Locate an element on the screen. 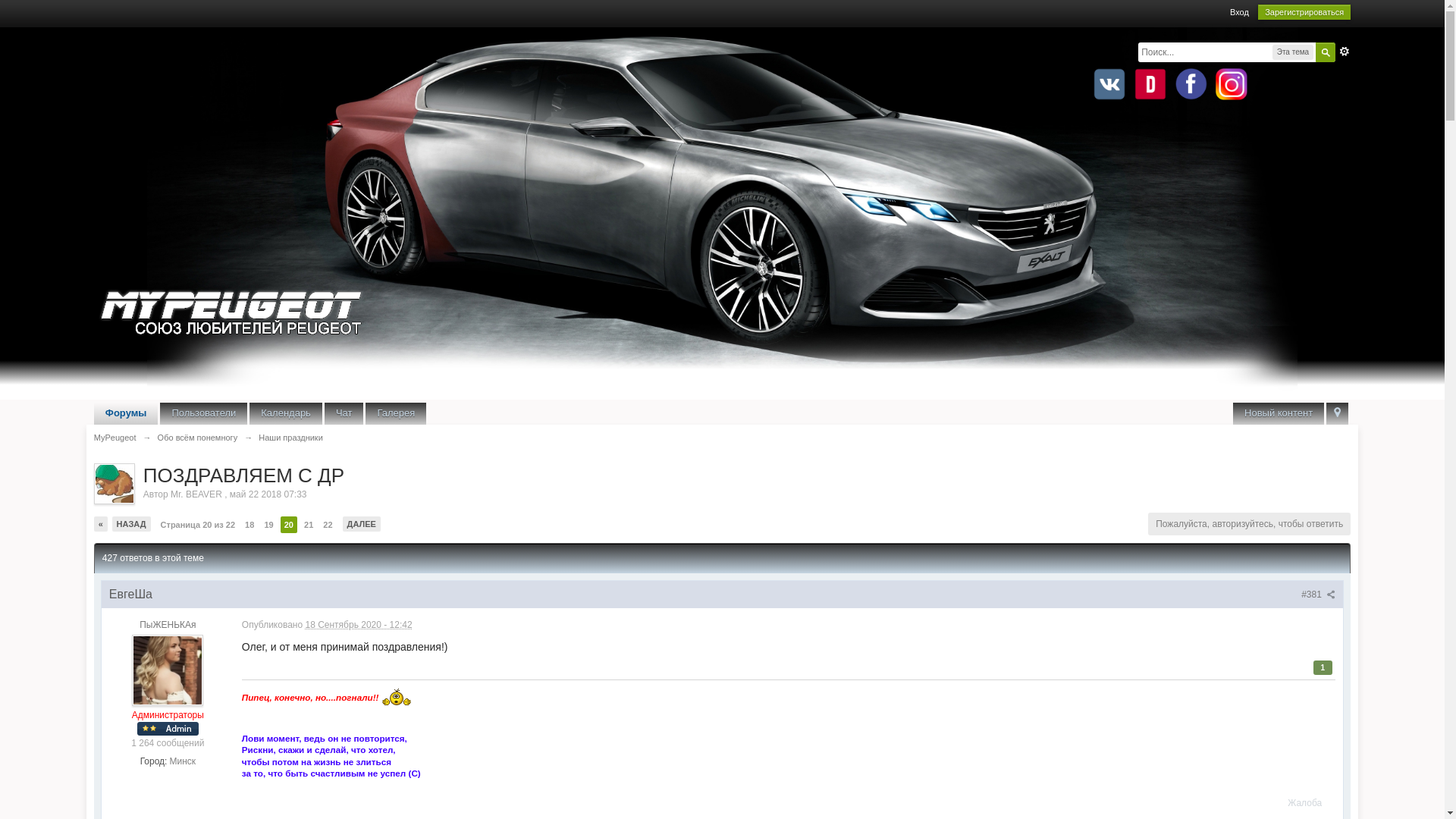  'Instagram' is located at coordinates (1231, 84).